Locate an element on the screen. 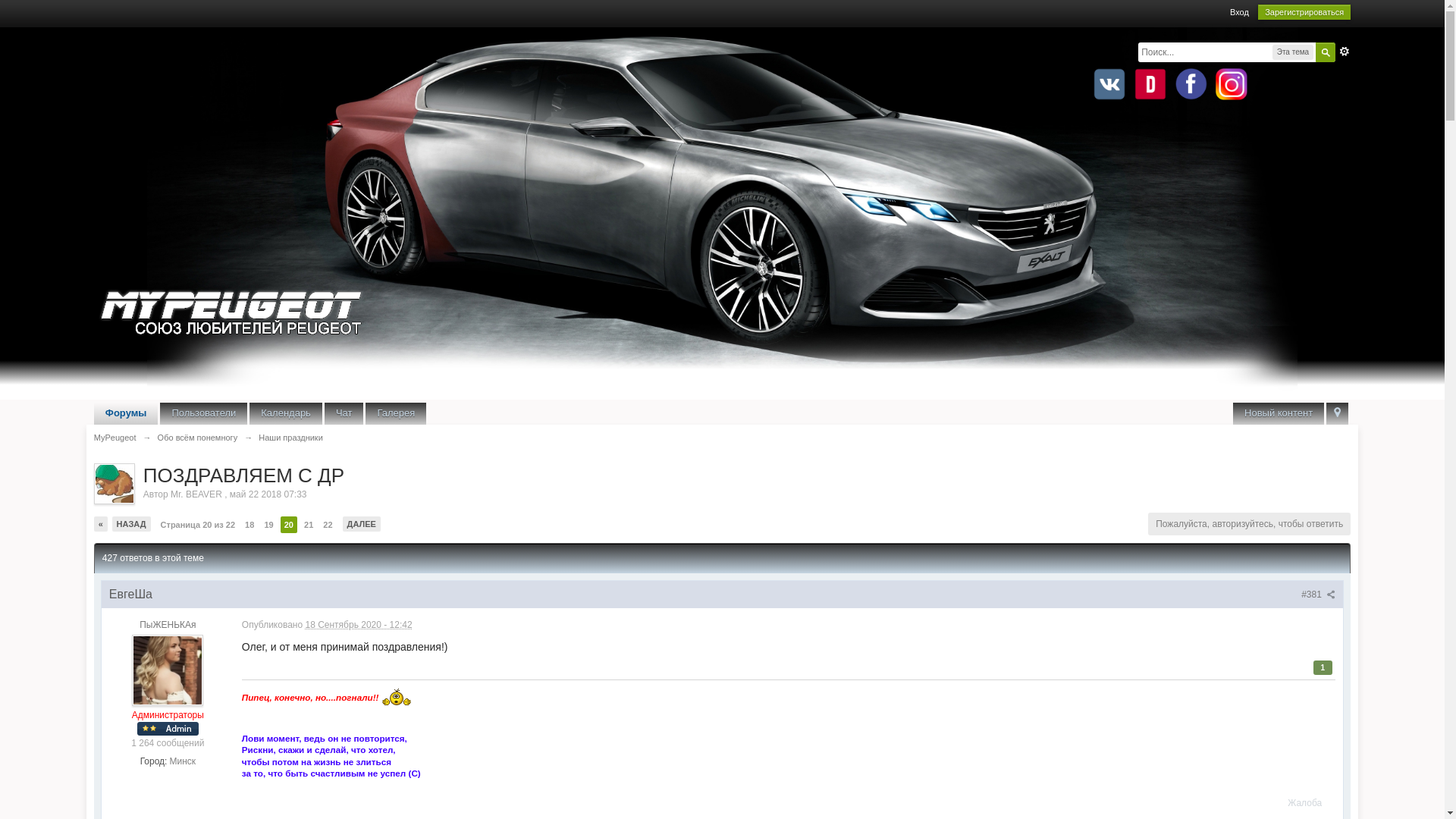  'Instagram' is located at coordinates (1231, 84).